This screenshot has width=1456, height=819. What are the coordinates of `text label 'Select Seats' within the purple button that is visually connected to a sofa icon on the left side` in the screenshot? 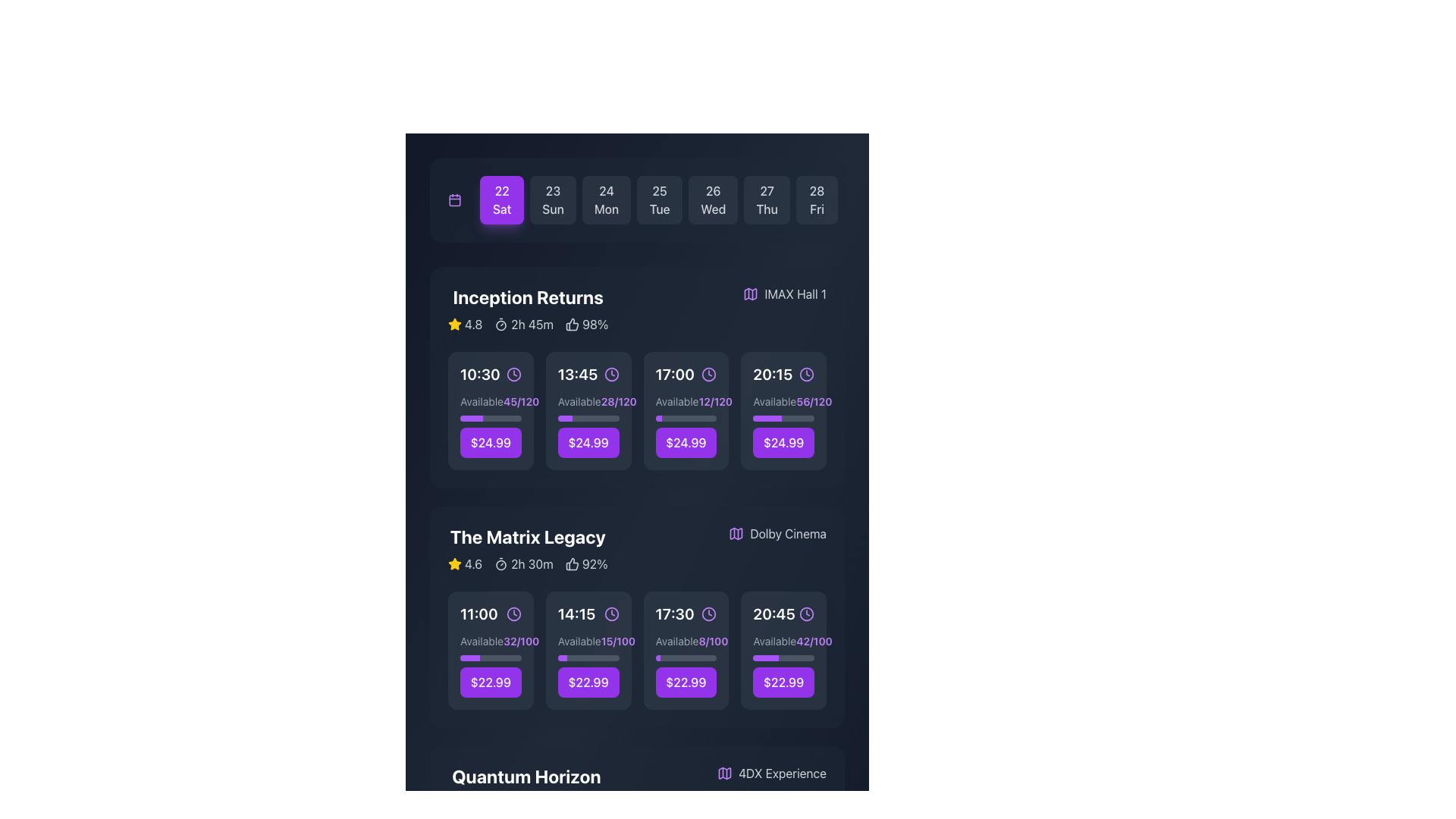 It's located at (595, 411).